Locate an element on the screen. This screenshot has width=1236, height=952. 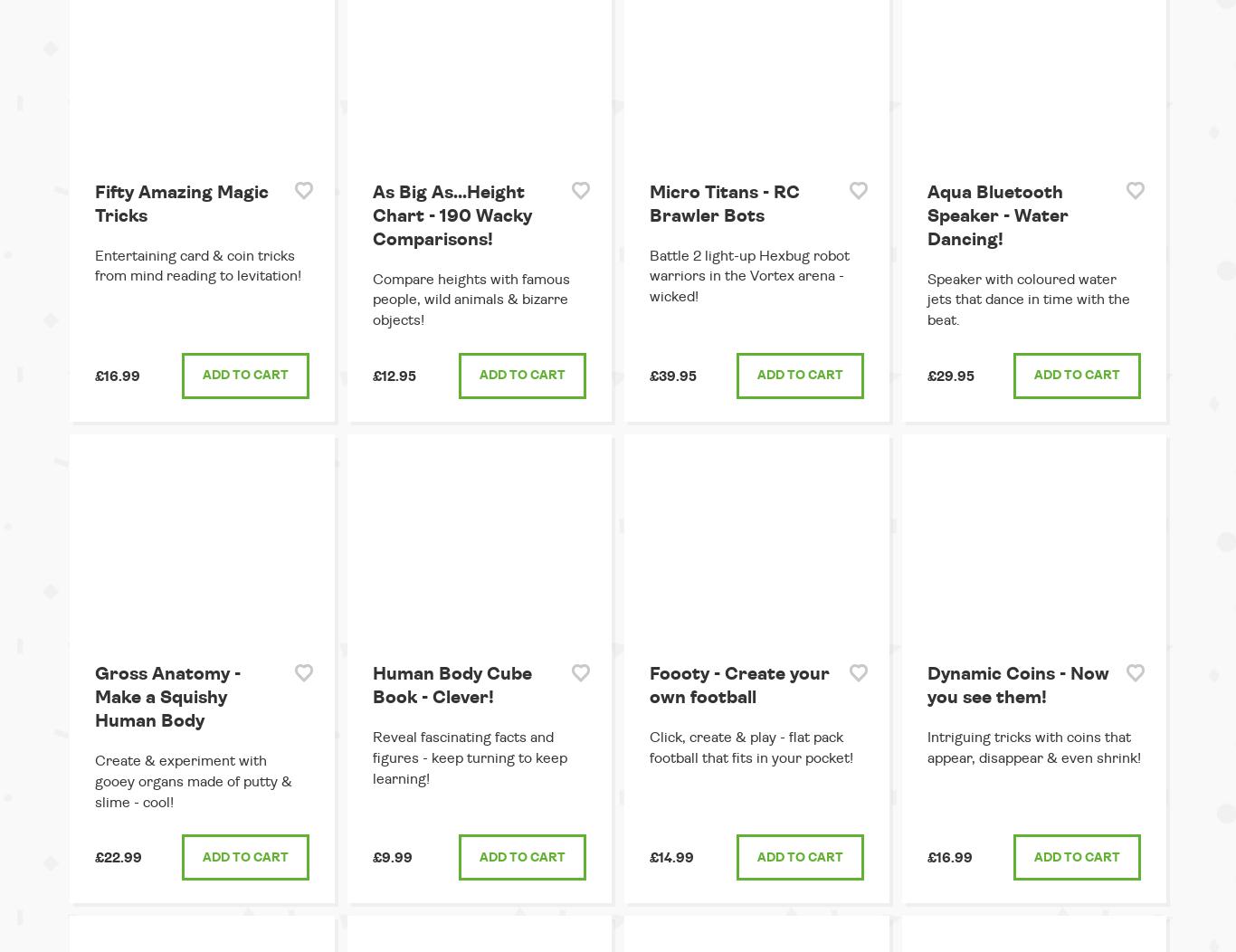
'Reveal fascinating facts and figures - keep turning to keep learning!' is located at coordinates (469, 756).